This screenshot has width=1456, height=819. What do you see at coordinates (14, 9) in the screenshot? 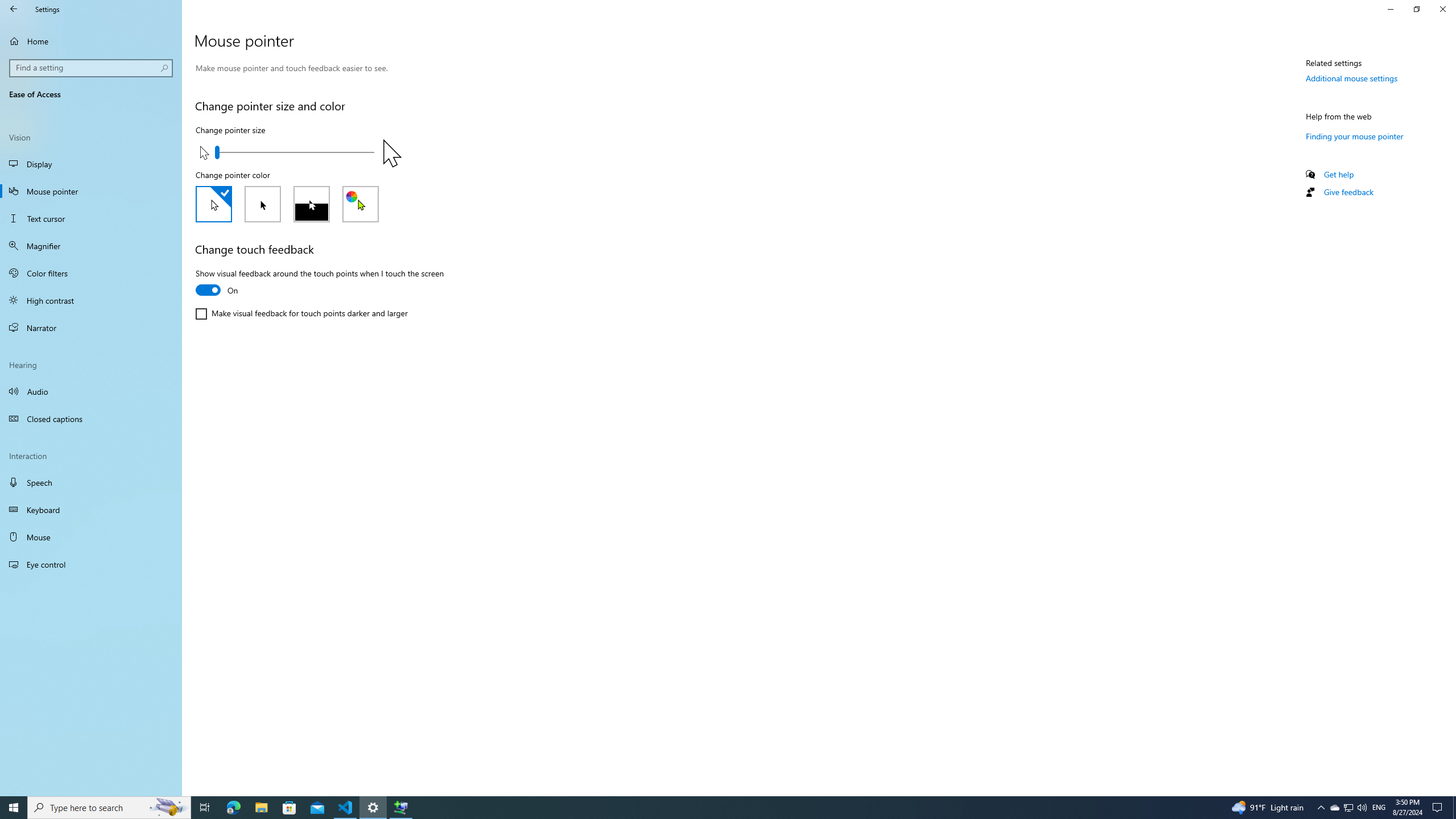
I see `'Back'` at bounding box center [14, 9].